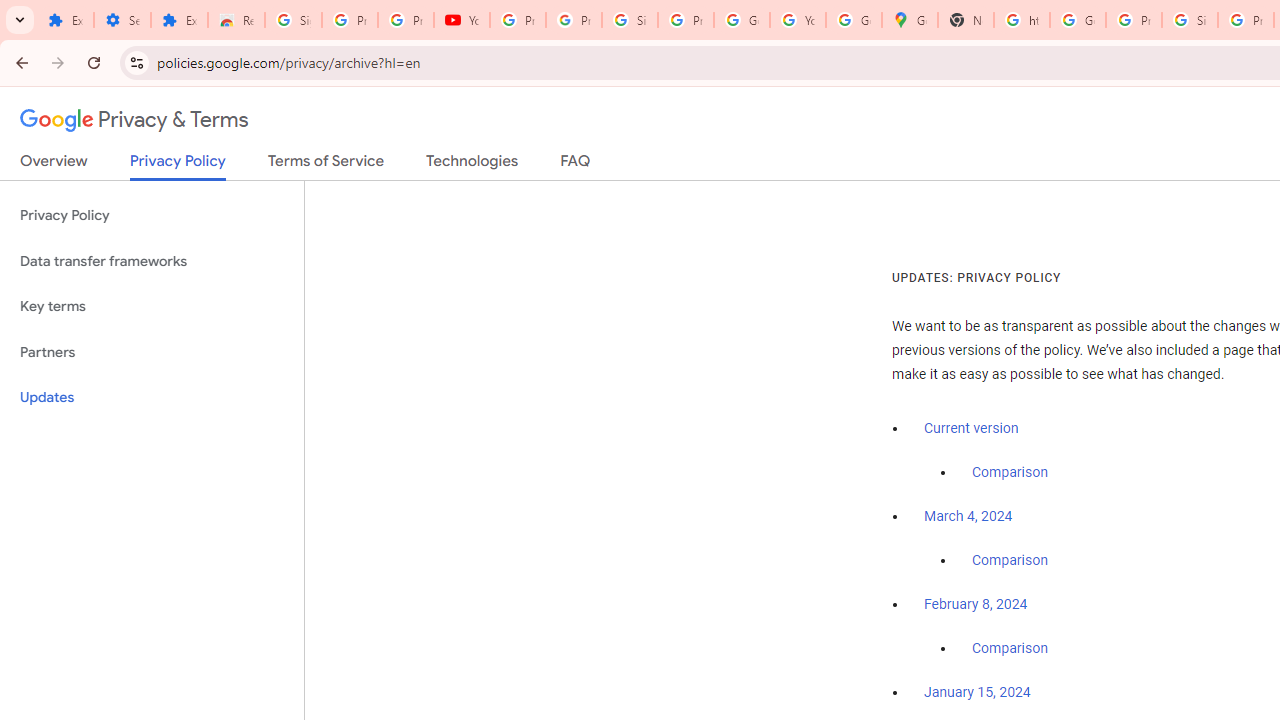 The height and width of the screenshot is (720, 1280). I want to click on 'February 8, 2024', so click(976, 604).